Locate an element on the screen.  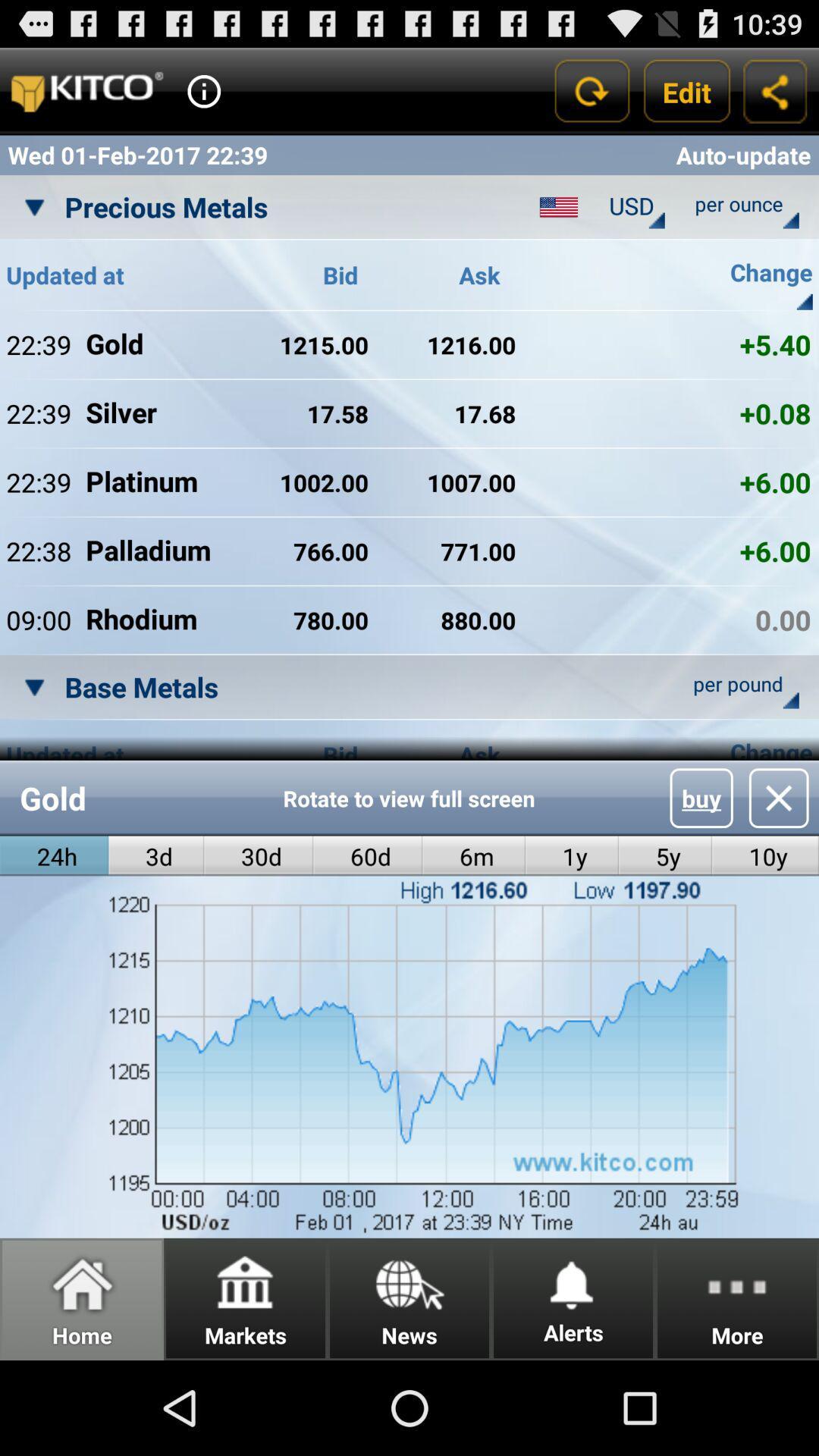
the icon to the right of 30d is located at coordinates (368, 856).